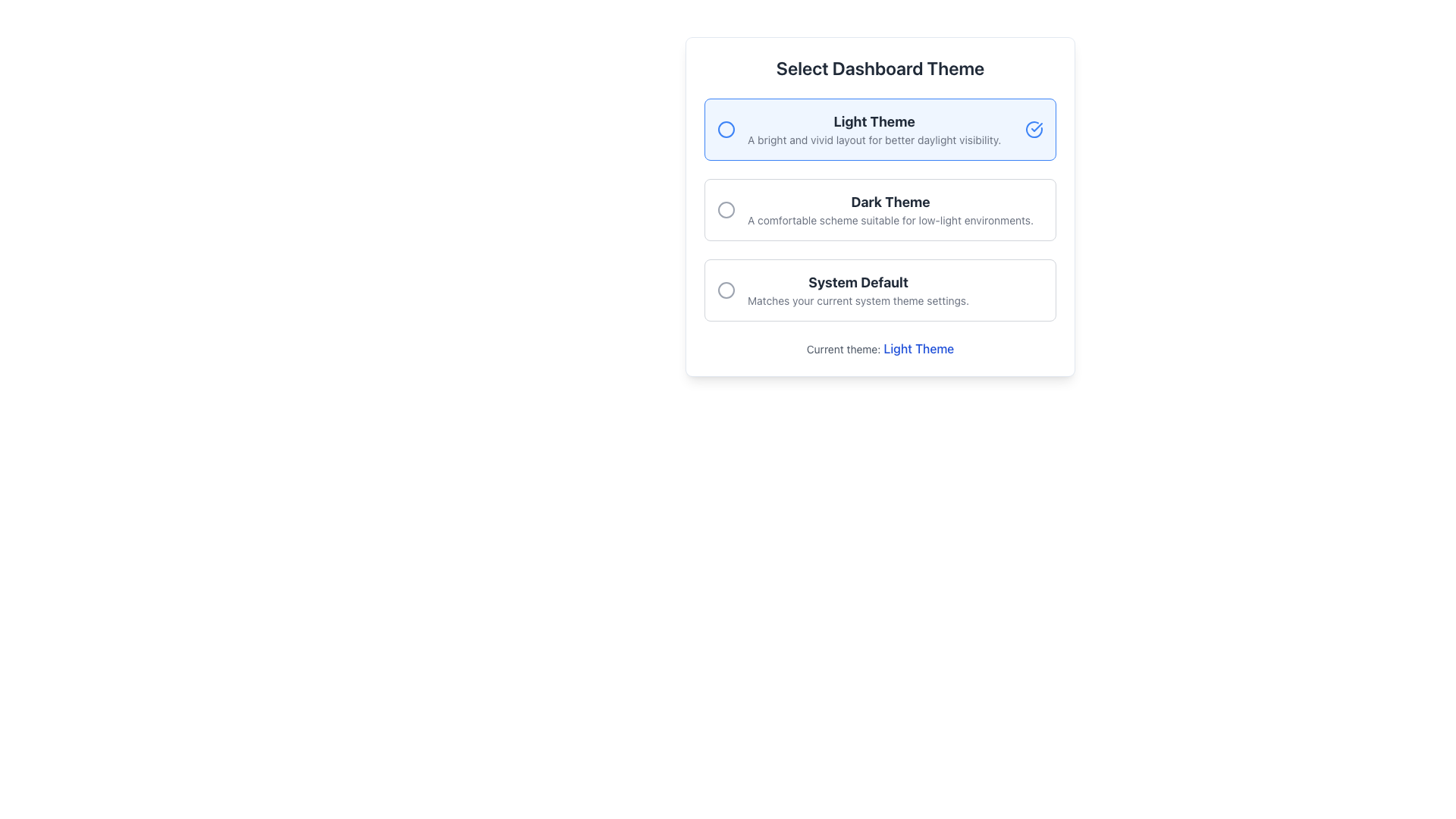 The image size is (1456, 819). Describe the element at coordinates (858, 283) in the screenshot. I see `the 'System Default' text label, which is displayed in bold and large dark gray font, positioned above the smaller descriptive text in the 'Select Dashboard Theme' section` at that location.